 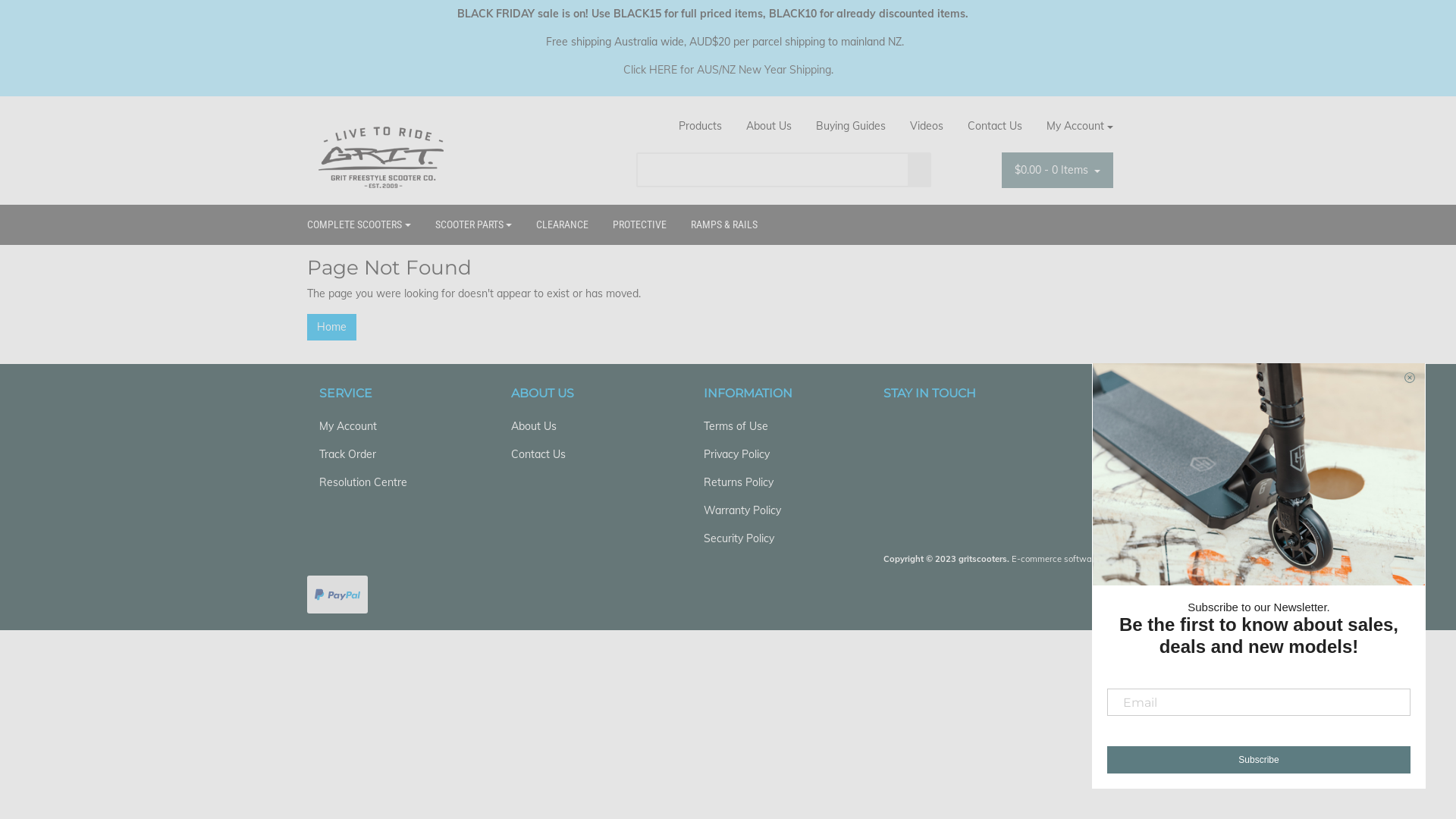 What do you see at coordinates (561, 224) in the screenshot?
I see `'CLEARANCE'` at bounding box center [561, 224].